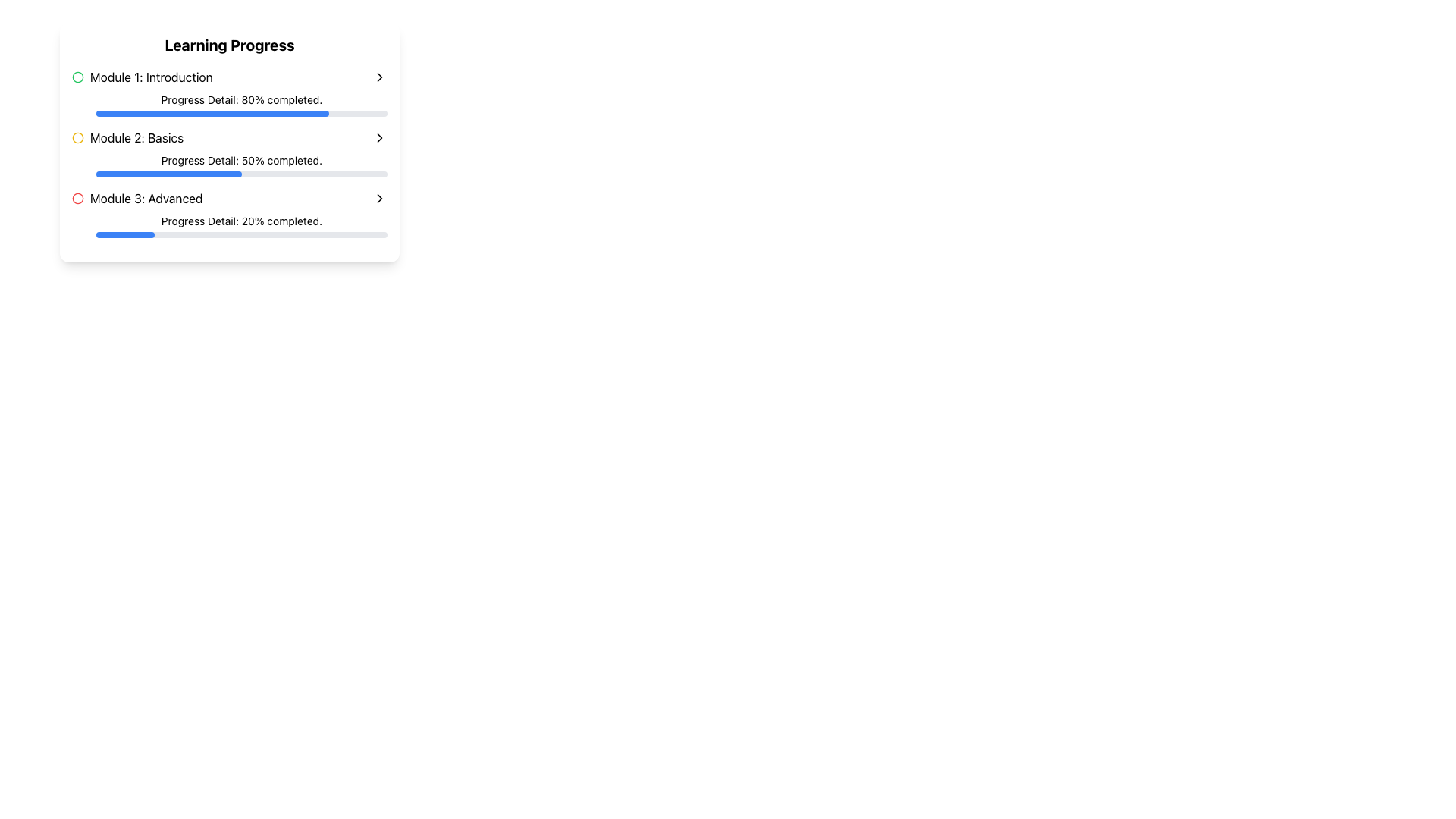 This screenshot has height=819, width=1456. Describe the element at coordinates (77, 77) in the screenshot. I see `the first and leftmost Status indicator icon in the 'Learning Progress' list, which precedes the 'Module 1: Introduction' label` at that location.